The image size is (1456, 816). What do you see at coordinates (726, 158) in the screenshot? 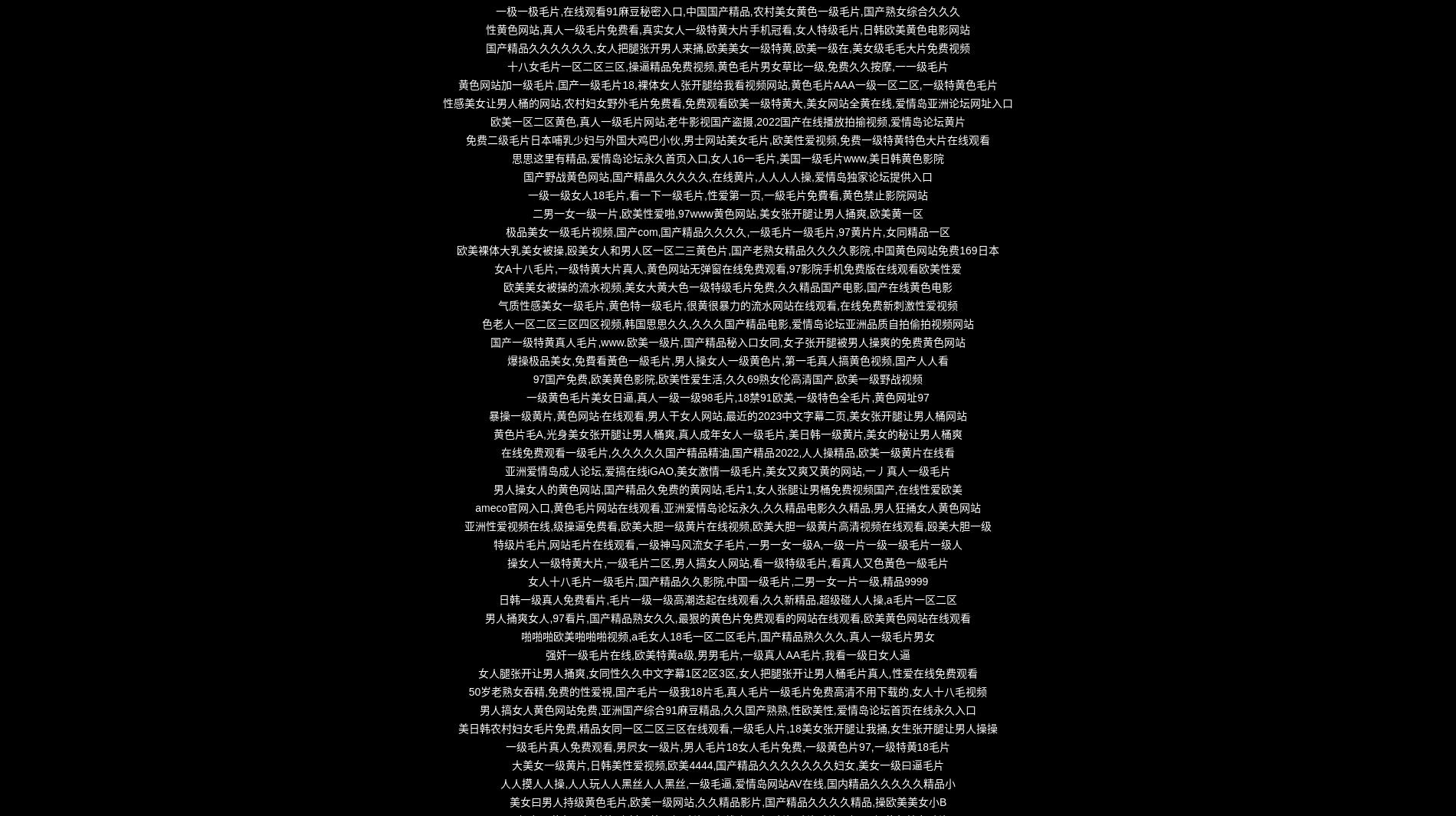
I see `'思思这里有精品,爱情岛论坛永久首页入口,女人16一毛片,美国一级毛片www,美日韩黄色影院'` at bounding box center [726, 158].